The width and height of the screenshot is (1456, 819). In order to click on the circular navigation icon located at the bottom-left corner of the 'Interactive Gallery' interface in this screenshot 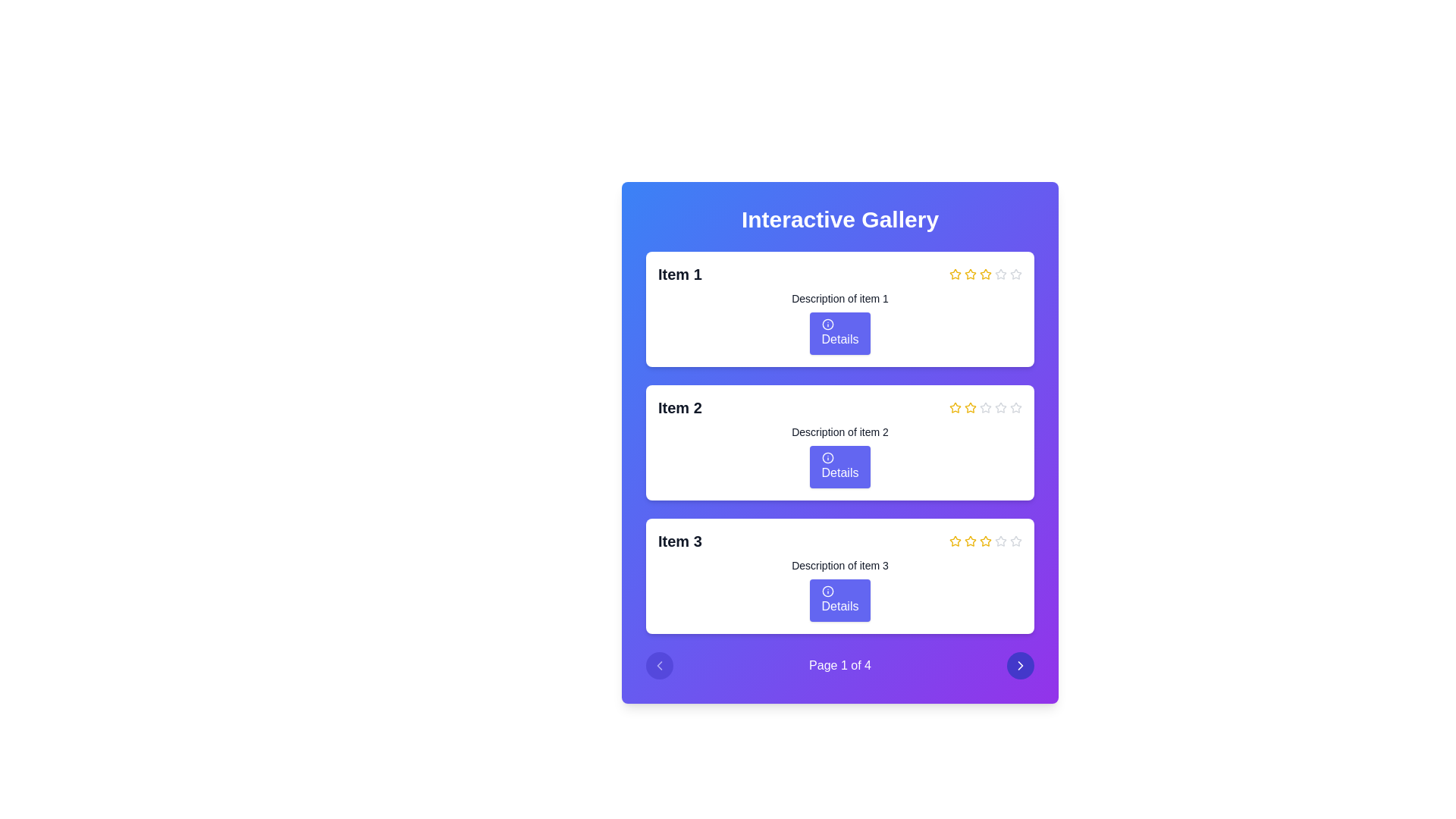, I will do `click(659, 665)`.